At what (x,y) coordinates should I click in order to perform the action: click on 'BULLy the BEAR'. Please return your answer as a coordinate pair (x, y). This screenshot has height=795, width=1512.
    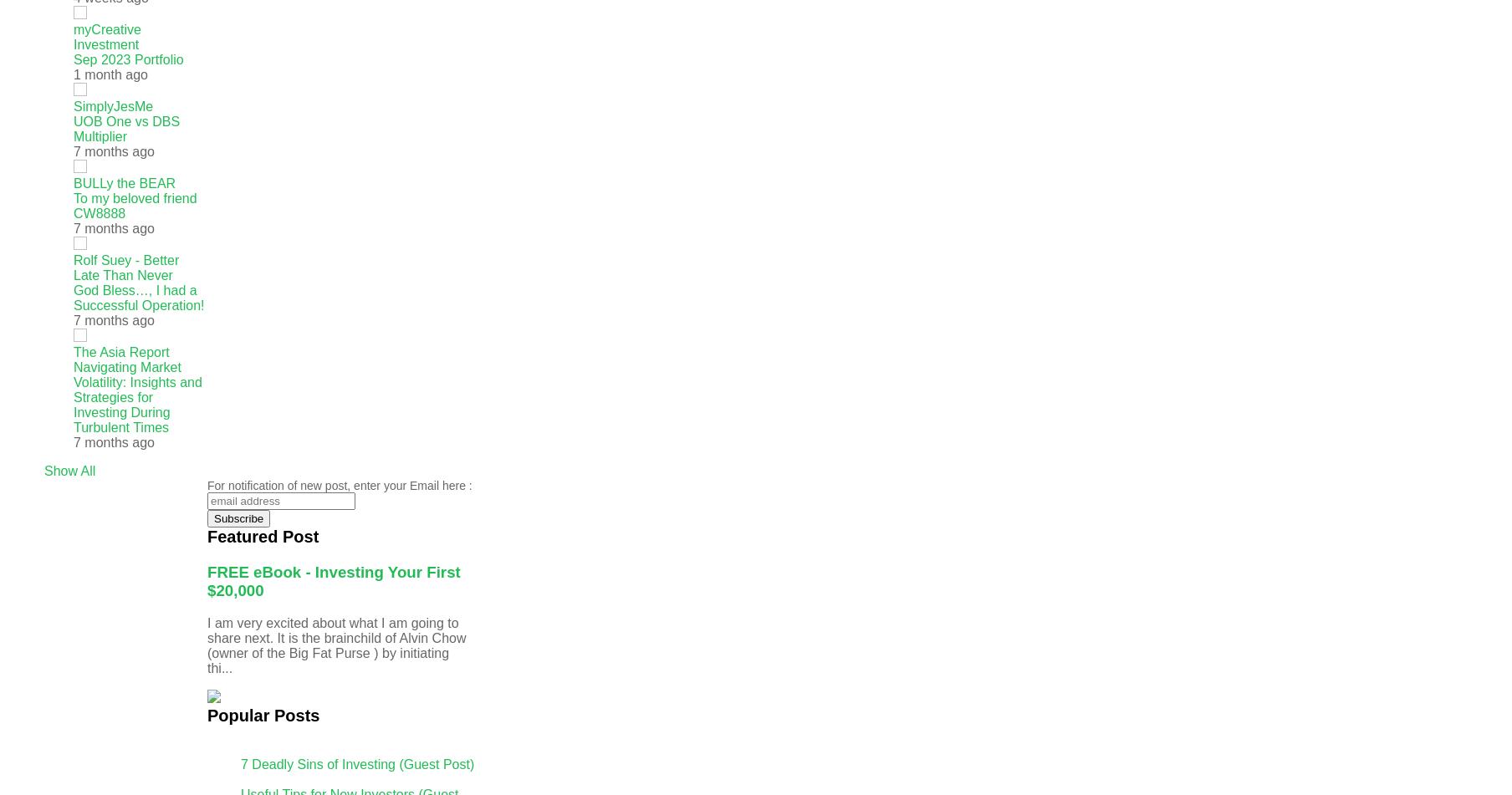
    Looking at the image, I should click on (73, 183).